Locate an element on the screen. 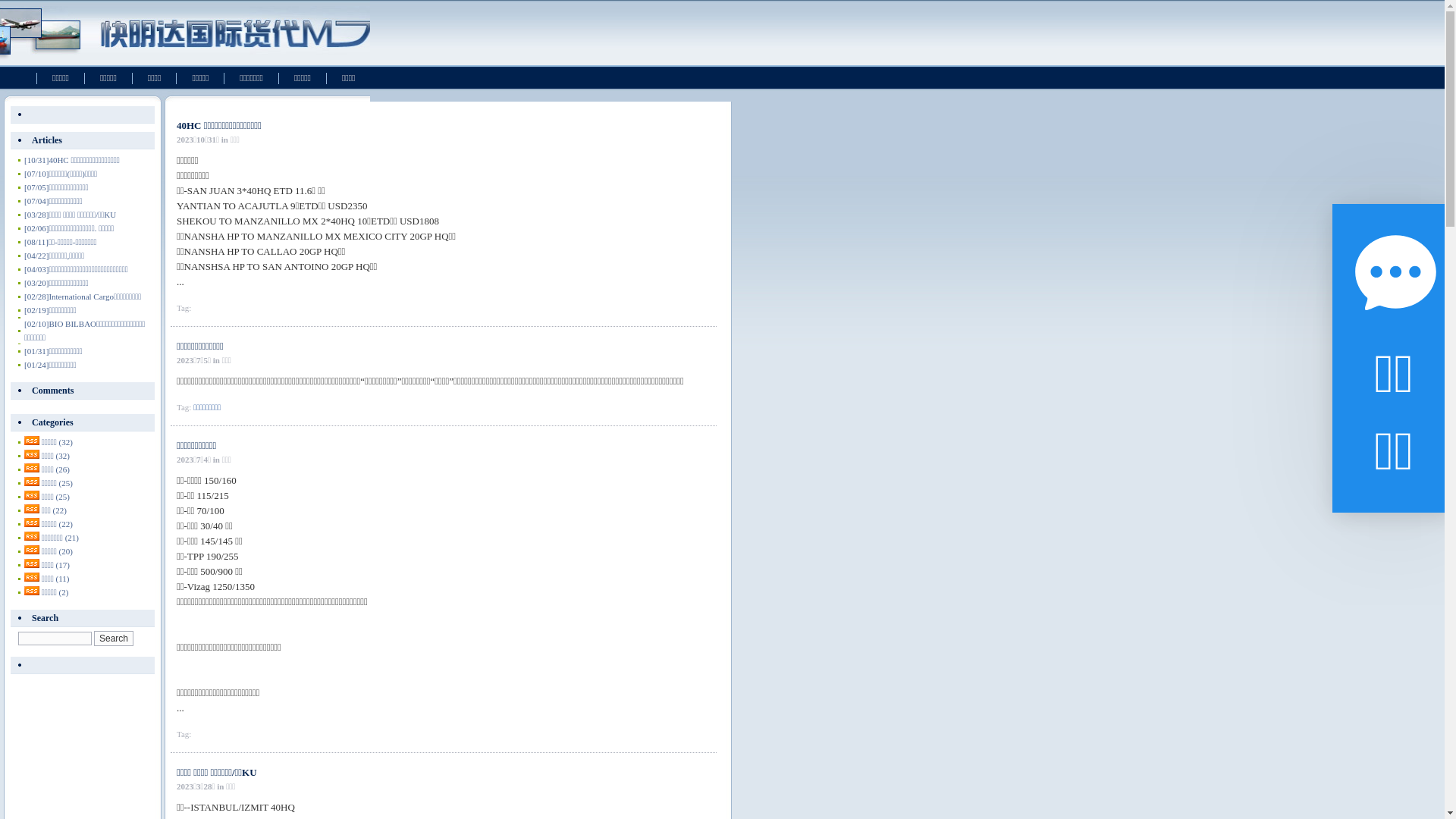 The image size is (1456, 819). 'rss' is located at coordinates (32, 522).